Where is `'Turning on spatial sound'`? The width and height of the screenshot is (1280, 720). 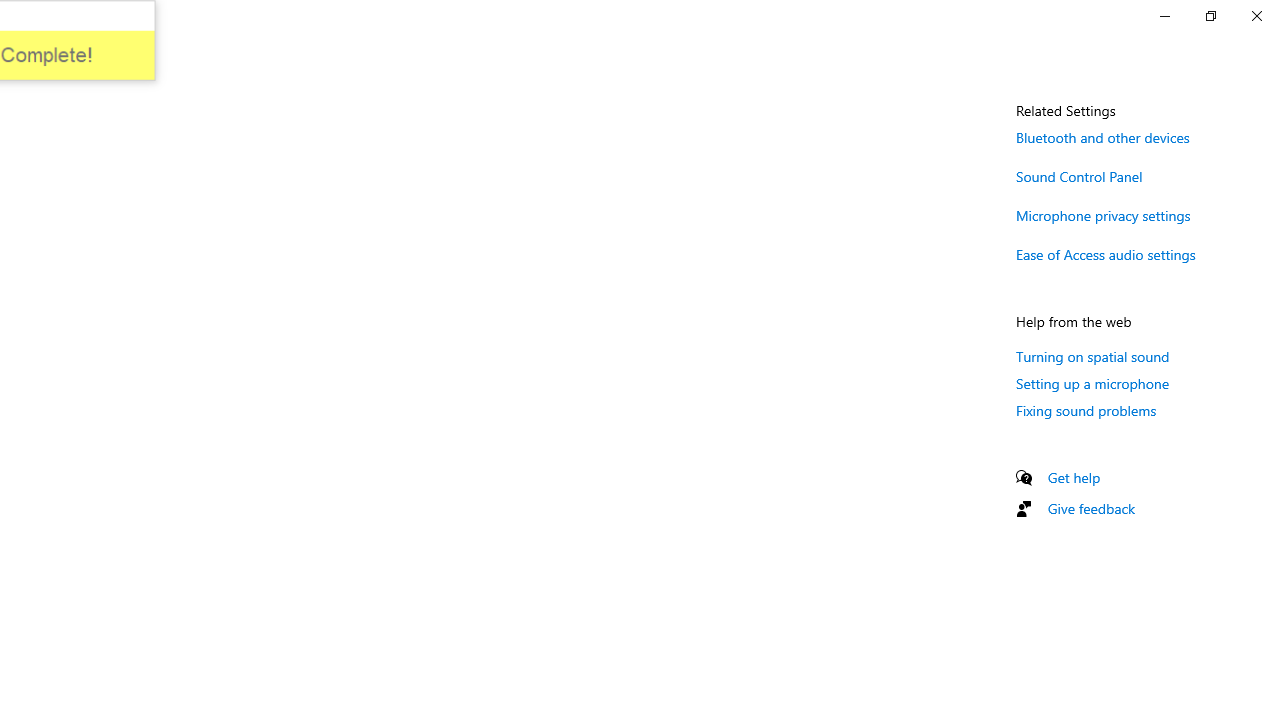 'Turning on spatial sound' is located at coordinates (1092, 355).